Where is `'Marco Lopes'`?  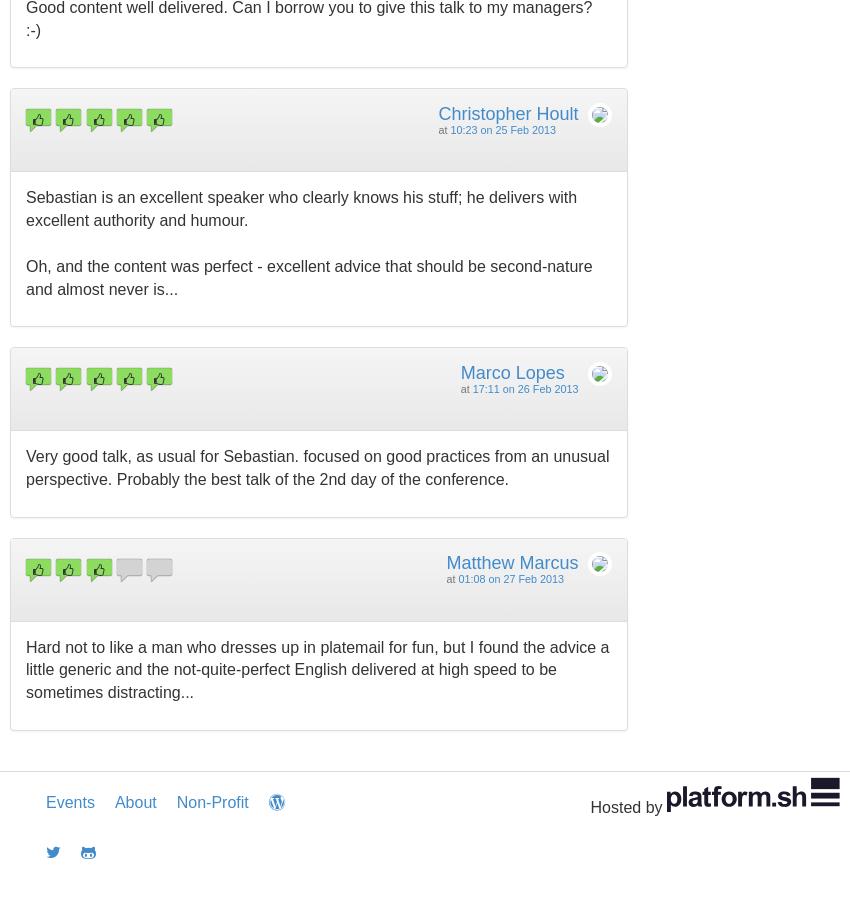 'Marco Lopes' is located at coordinates (459, 372).